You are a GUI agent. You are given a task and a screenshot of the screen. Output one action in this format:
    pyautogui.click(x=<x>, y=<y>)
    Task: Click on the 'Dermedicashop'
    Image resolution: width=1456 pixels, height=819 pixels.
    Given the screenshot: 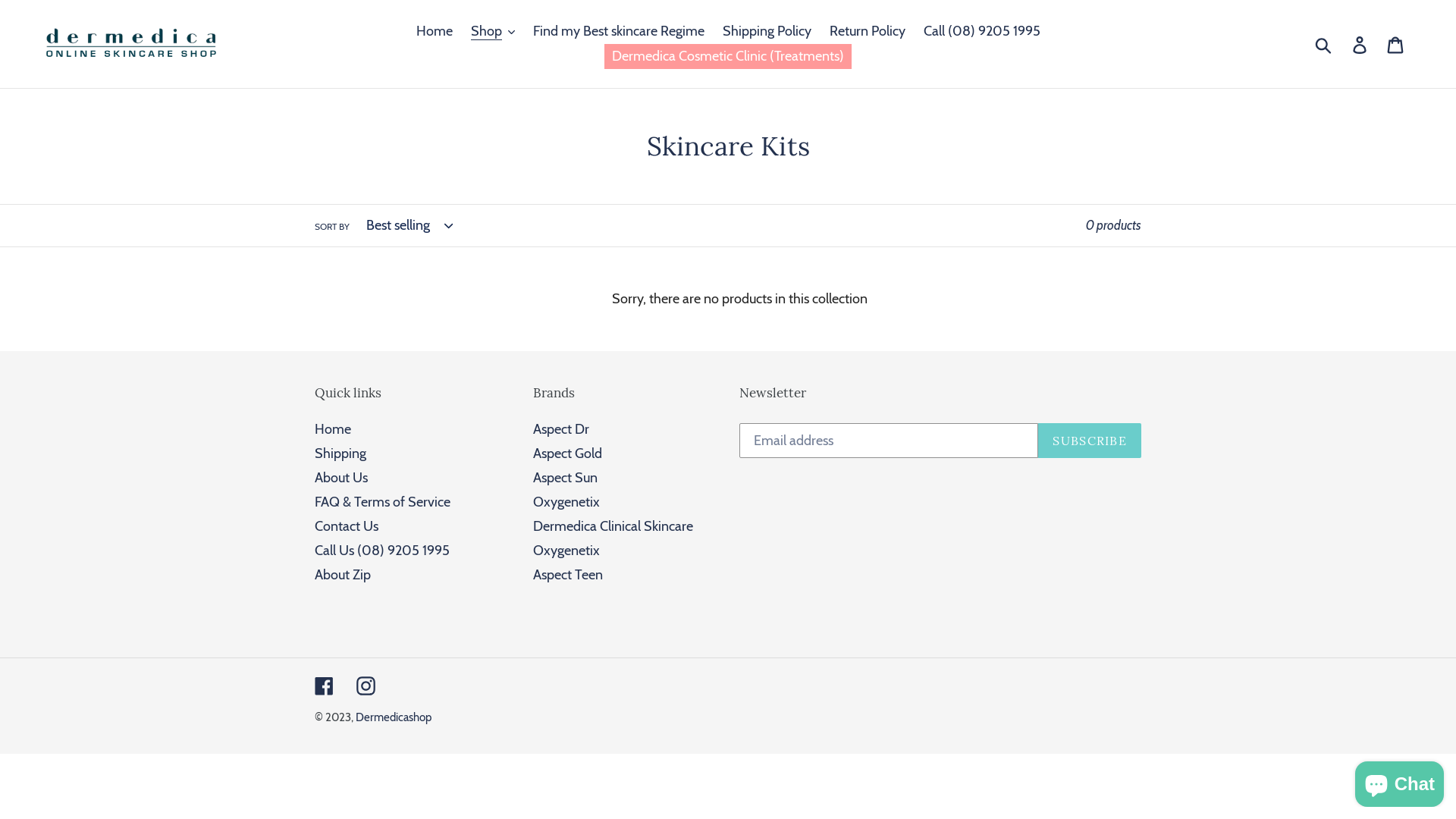 What is the action you would take?
    pyautogui.click(x=393, y=717)
    